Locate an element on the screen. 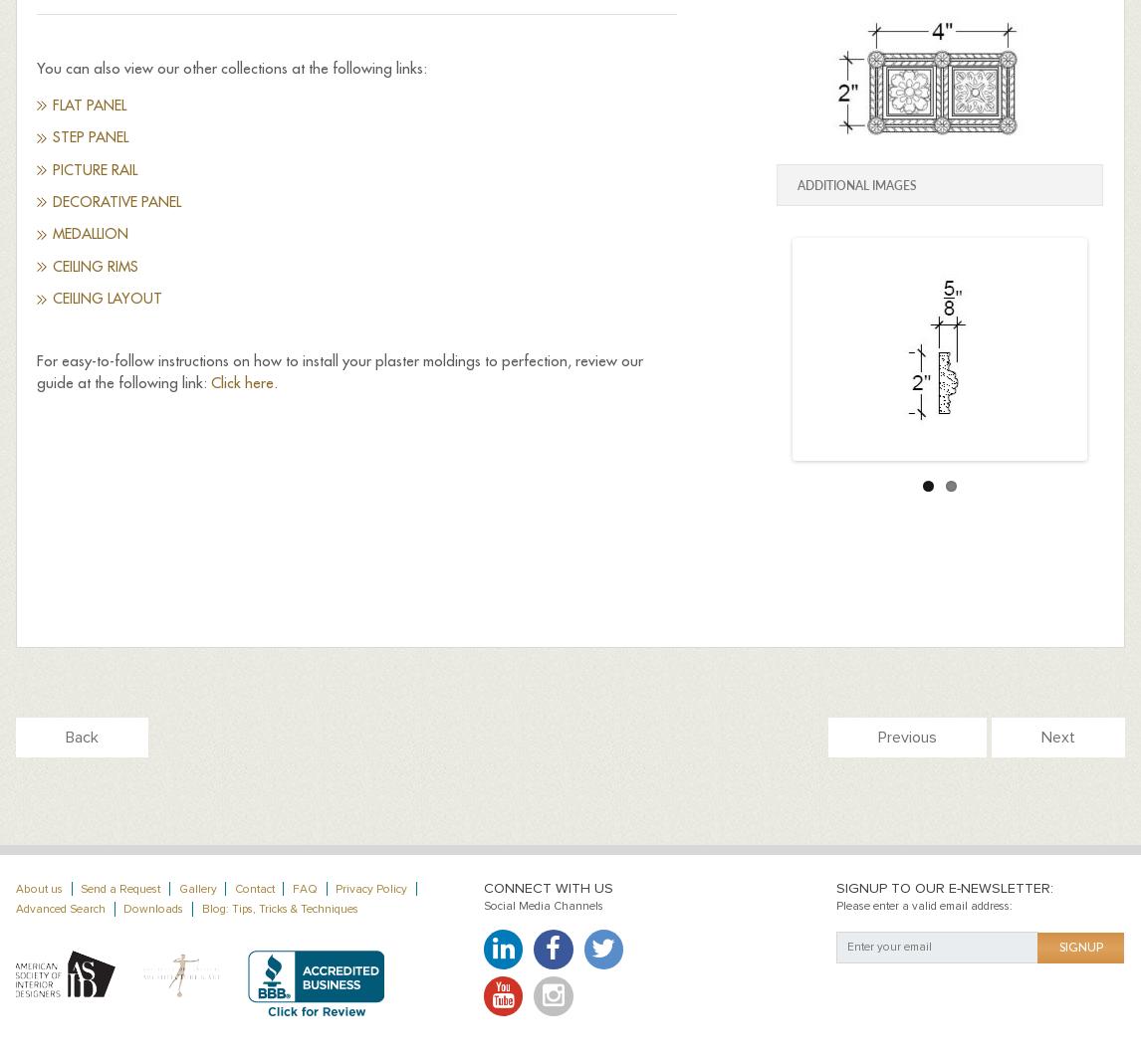  'Click here' is located at coordinates (211, 383).